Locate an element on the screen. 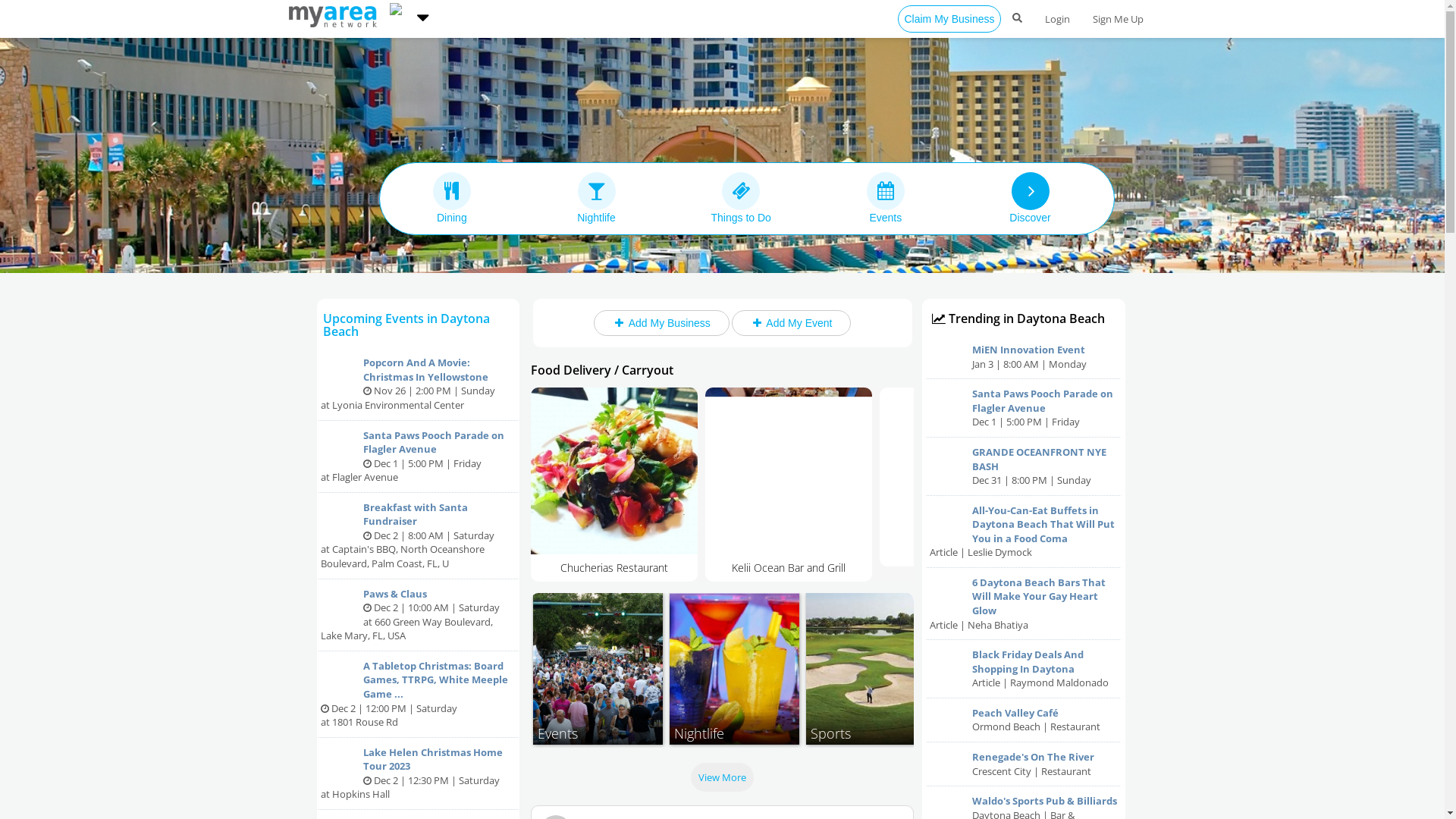 This screenshot has width=1456, height=819. 'MiEN Innovation Event is located at coordinates (1023, 356).